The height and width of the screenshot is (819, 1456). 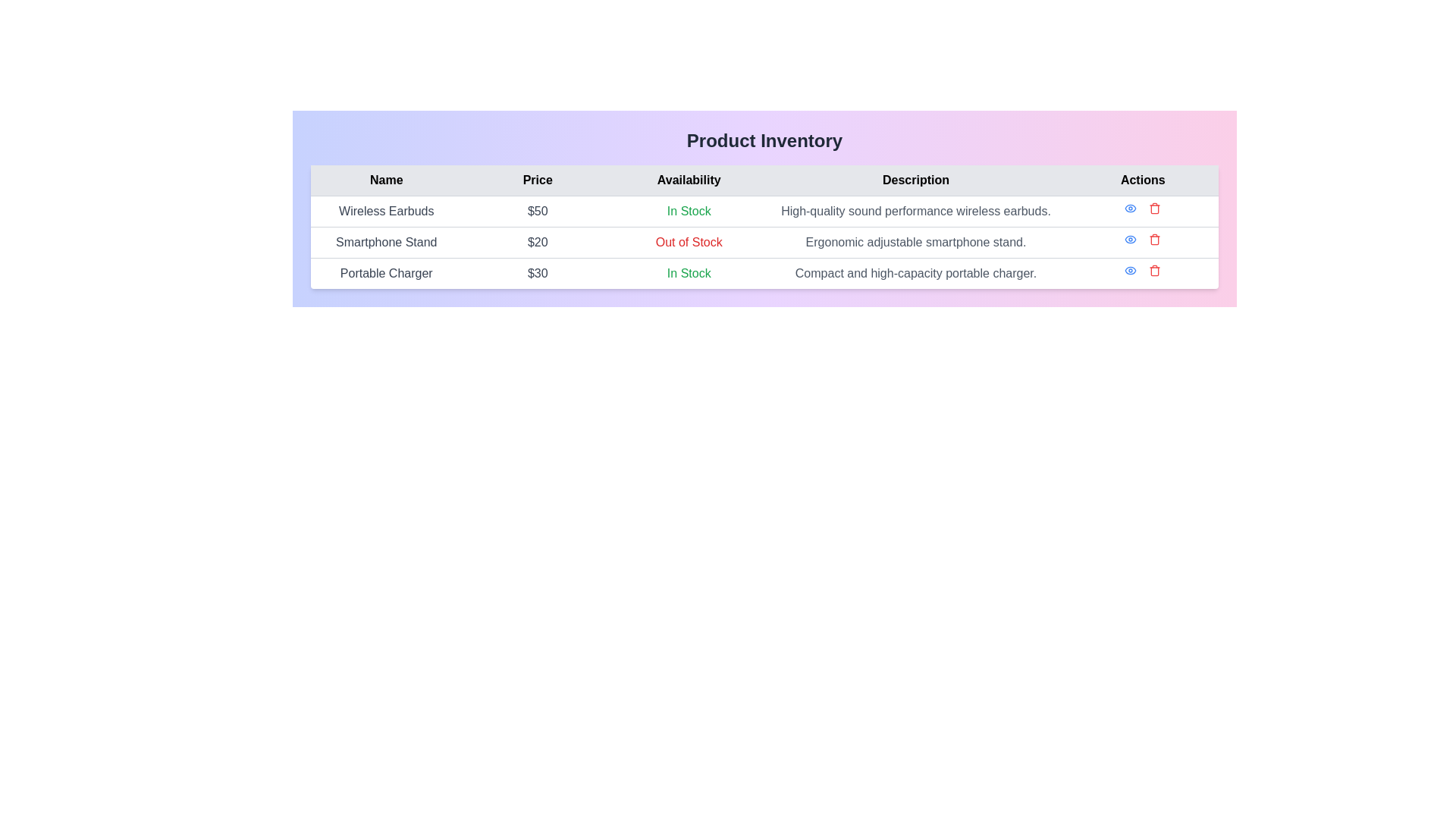 What do you see at coordinates (764, 273) in the screenshot?
I see `the third row of the structured data table that contains details about the product 'Portable Charger'` at bounding box center [764, 273].